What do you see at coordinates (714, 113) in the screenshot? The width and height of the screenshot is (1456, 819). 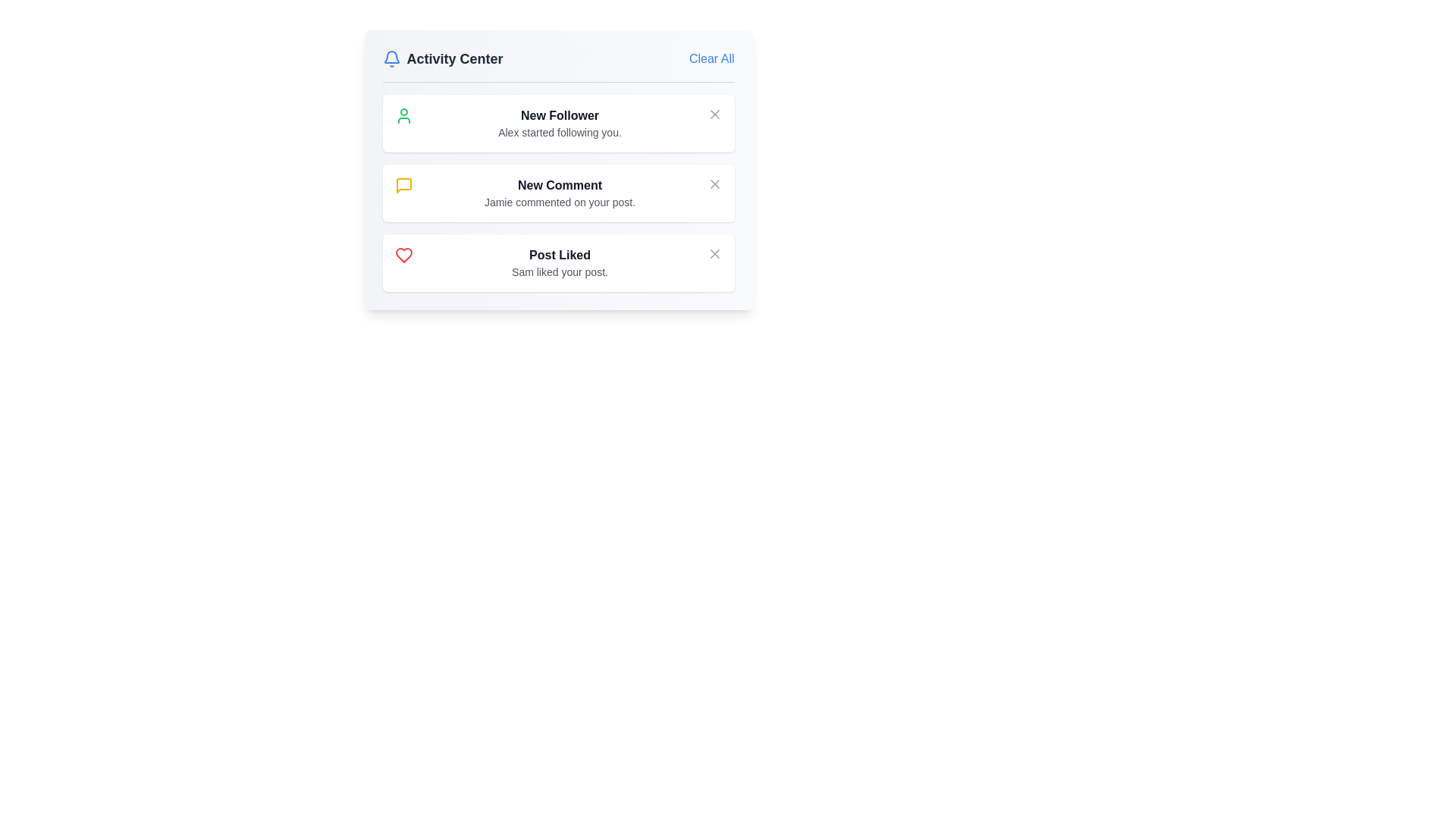 I see `the Close (X) icon rendered as SVG graphics located at the far right of the 'New Follower' notification entry` at bounding box center [714, 113].